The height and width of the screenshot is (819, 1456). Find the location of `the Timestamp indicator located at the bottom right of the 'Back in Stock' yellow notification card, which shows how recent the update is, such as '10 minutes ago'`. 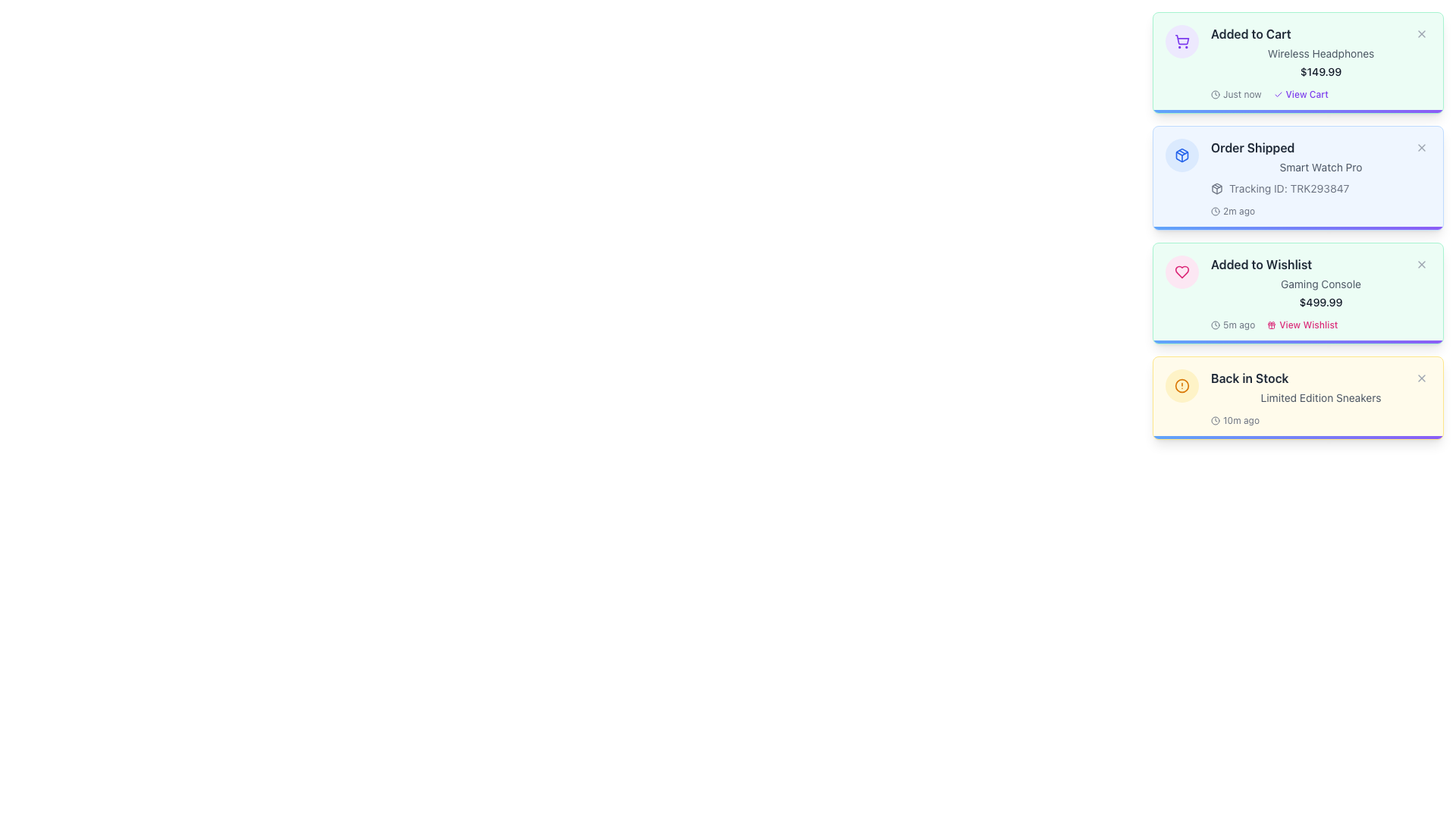

the Timestamp indicator located at the bottom right of the 'Back in Stock' yellow notification card, which shows how recent the update is, such as '10 minutes ago' is located at coordinates (1235, 421).